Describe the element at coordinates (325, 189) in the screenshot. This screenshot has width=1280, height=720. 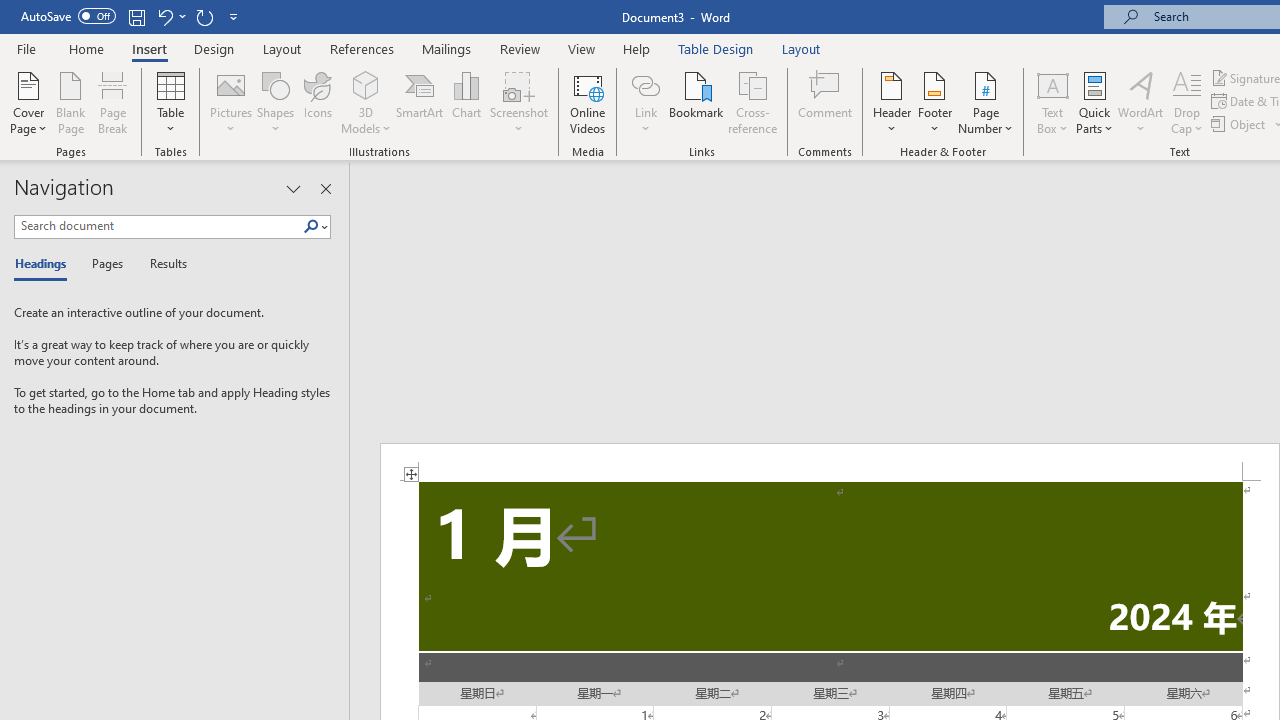
I see `'Close pane'` at that location.